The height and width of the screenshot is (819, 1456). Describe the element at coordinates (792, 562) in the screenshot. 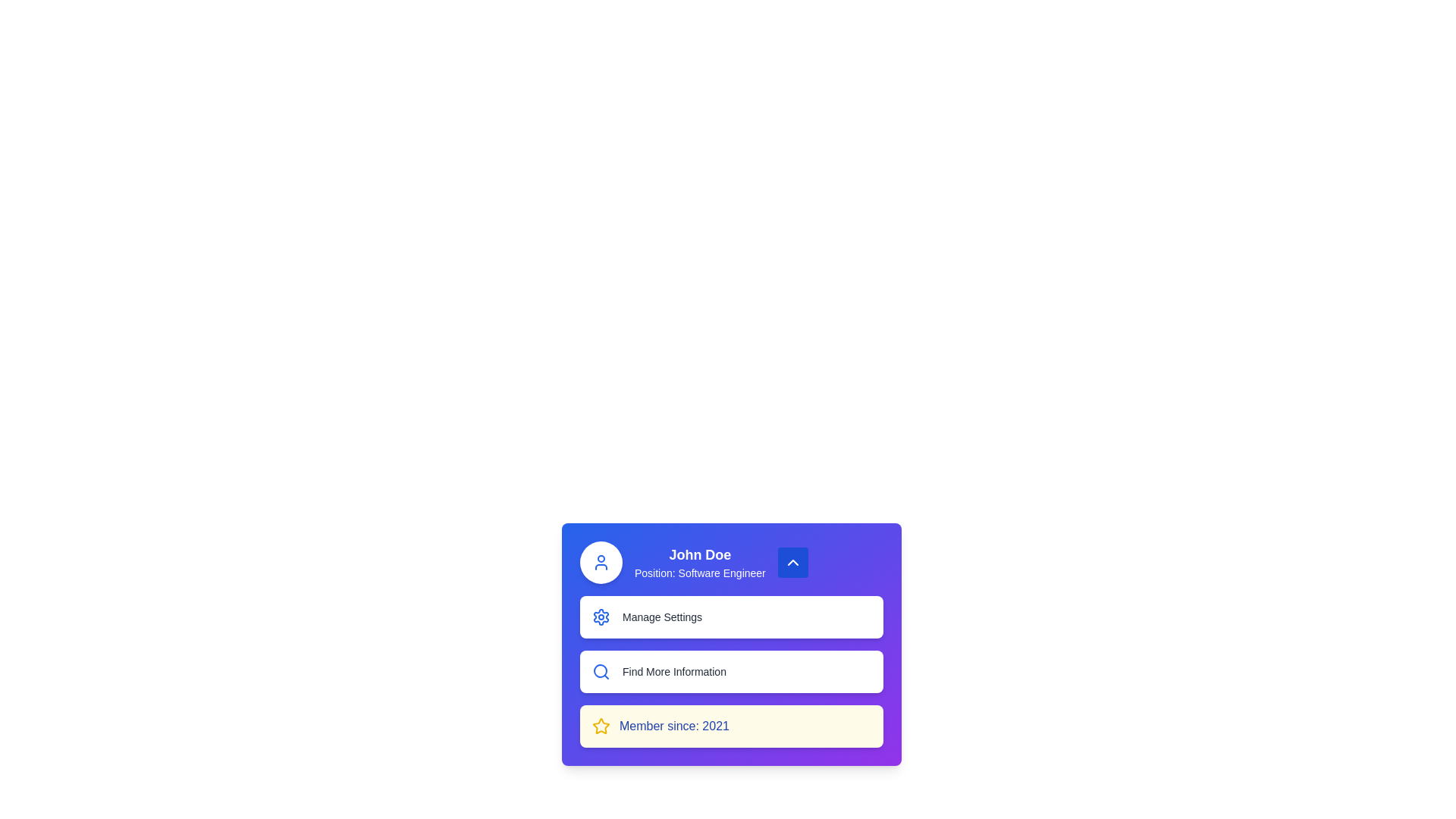

I see `the chevron-up icon located at the top-right corner of the user profile card` at that location.